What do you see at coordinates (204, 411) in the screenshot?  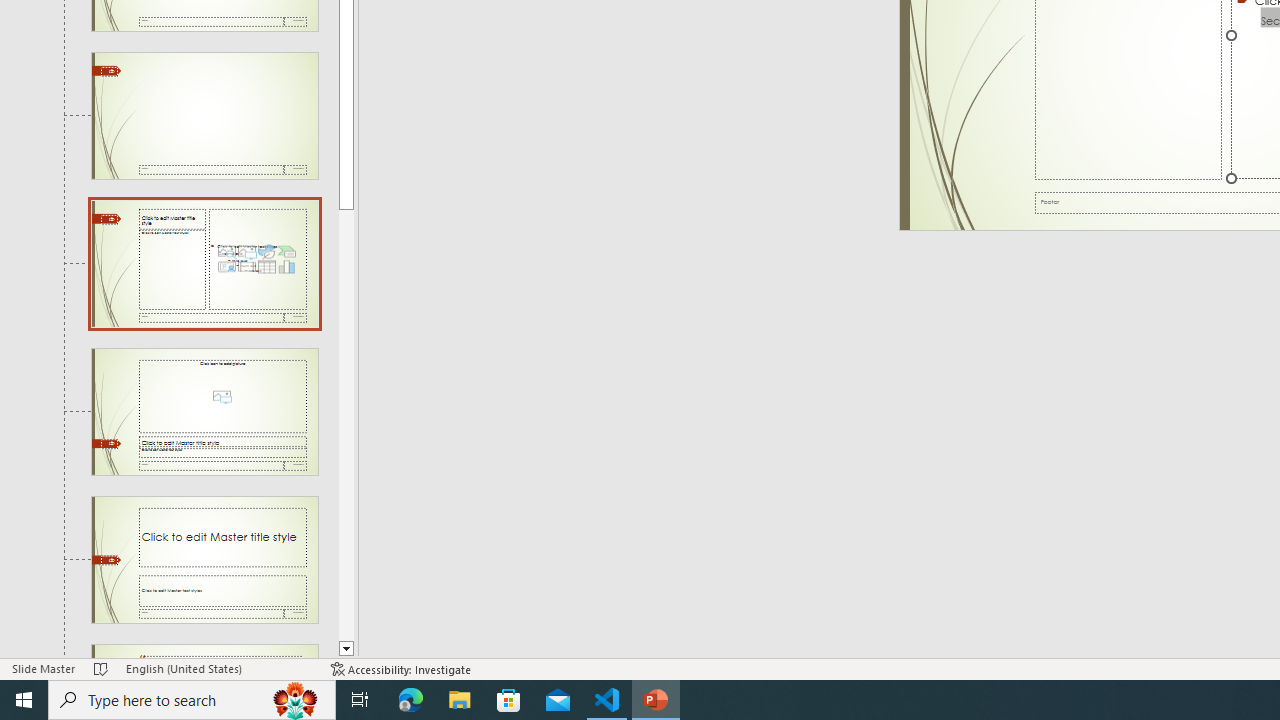 I see `'Slide Picture with Caption Layout: used by no slides'` at bounding box center [204, 411].